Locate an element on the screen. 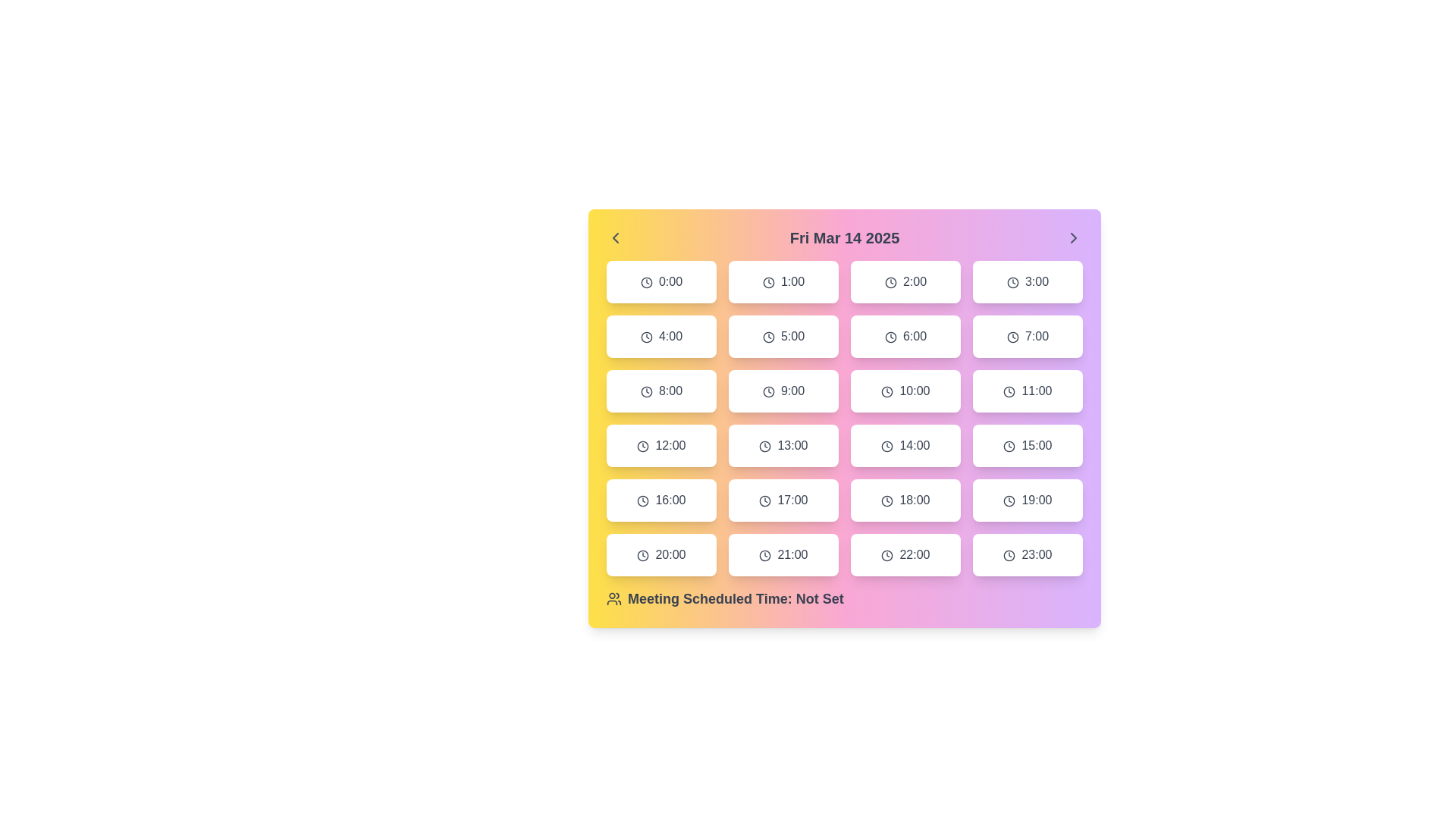  the time slot selection button for '22:00' located in the sixth row, third column of the grid layout is located at coordinates (905, 555).